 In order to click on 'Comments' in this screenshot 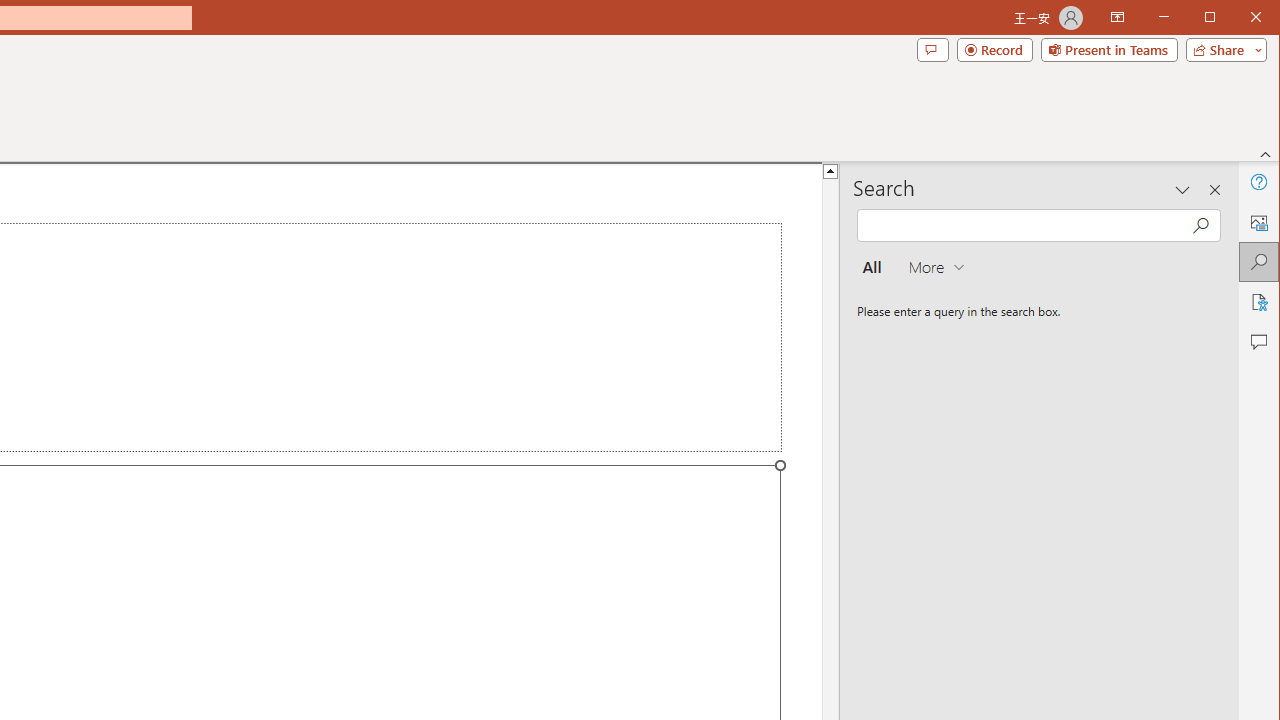, I will do `click(931, 49)`.